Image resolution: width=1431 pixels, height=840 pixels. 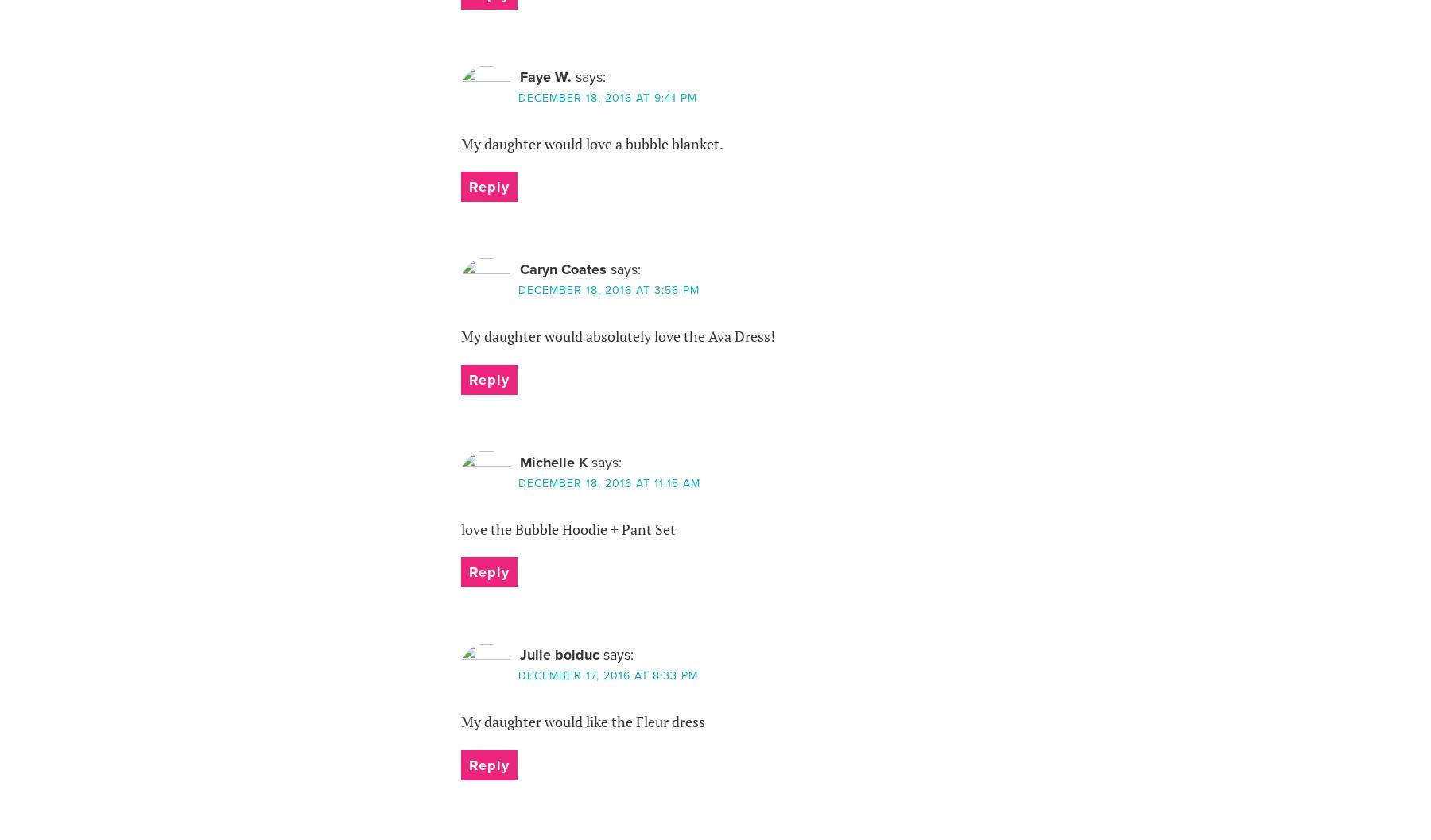 I want to click on 'Julie bolduc', so click(x=558, y=655).